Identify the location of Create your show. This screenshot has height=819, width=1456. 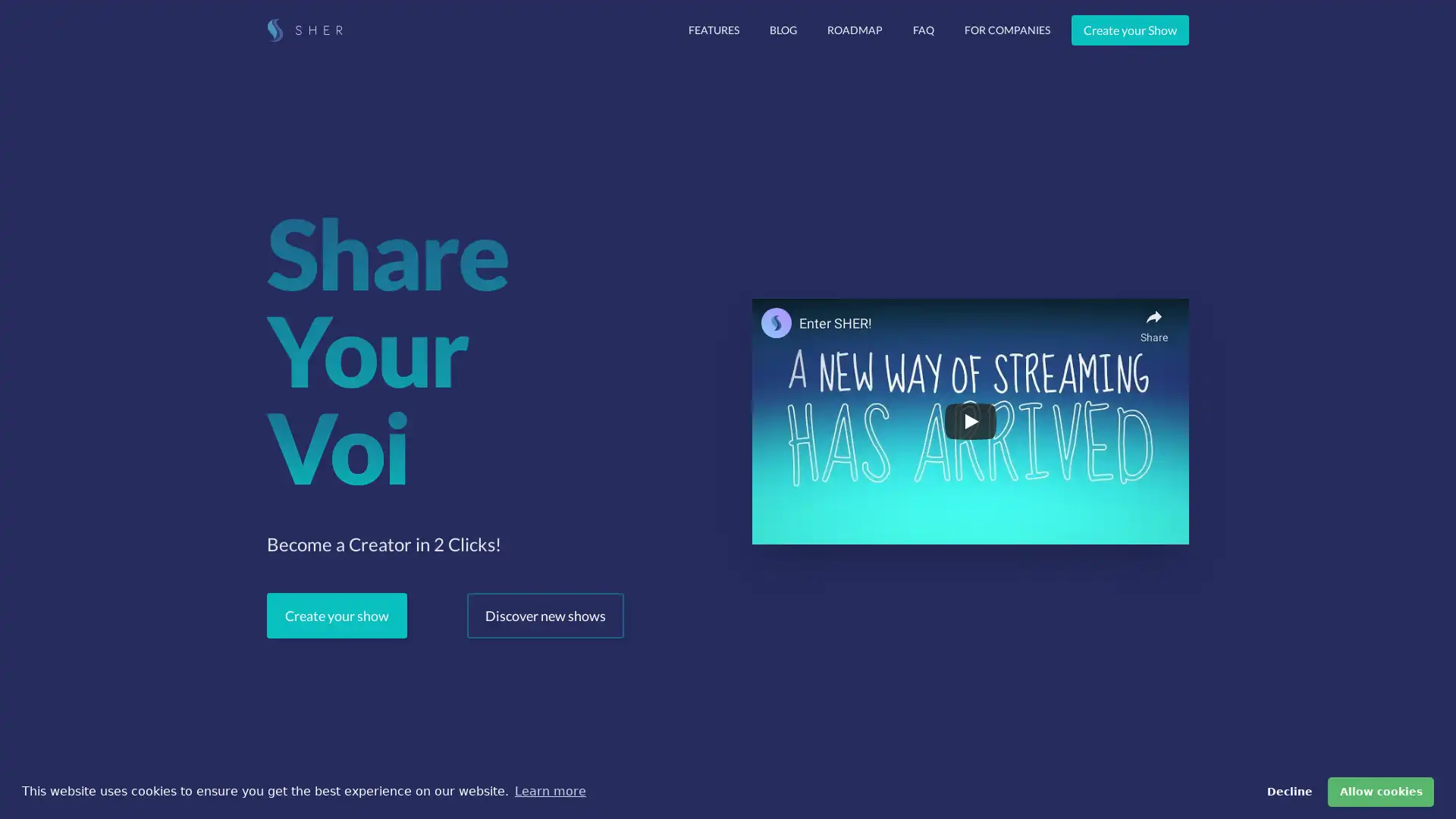
(336, 616).